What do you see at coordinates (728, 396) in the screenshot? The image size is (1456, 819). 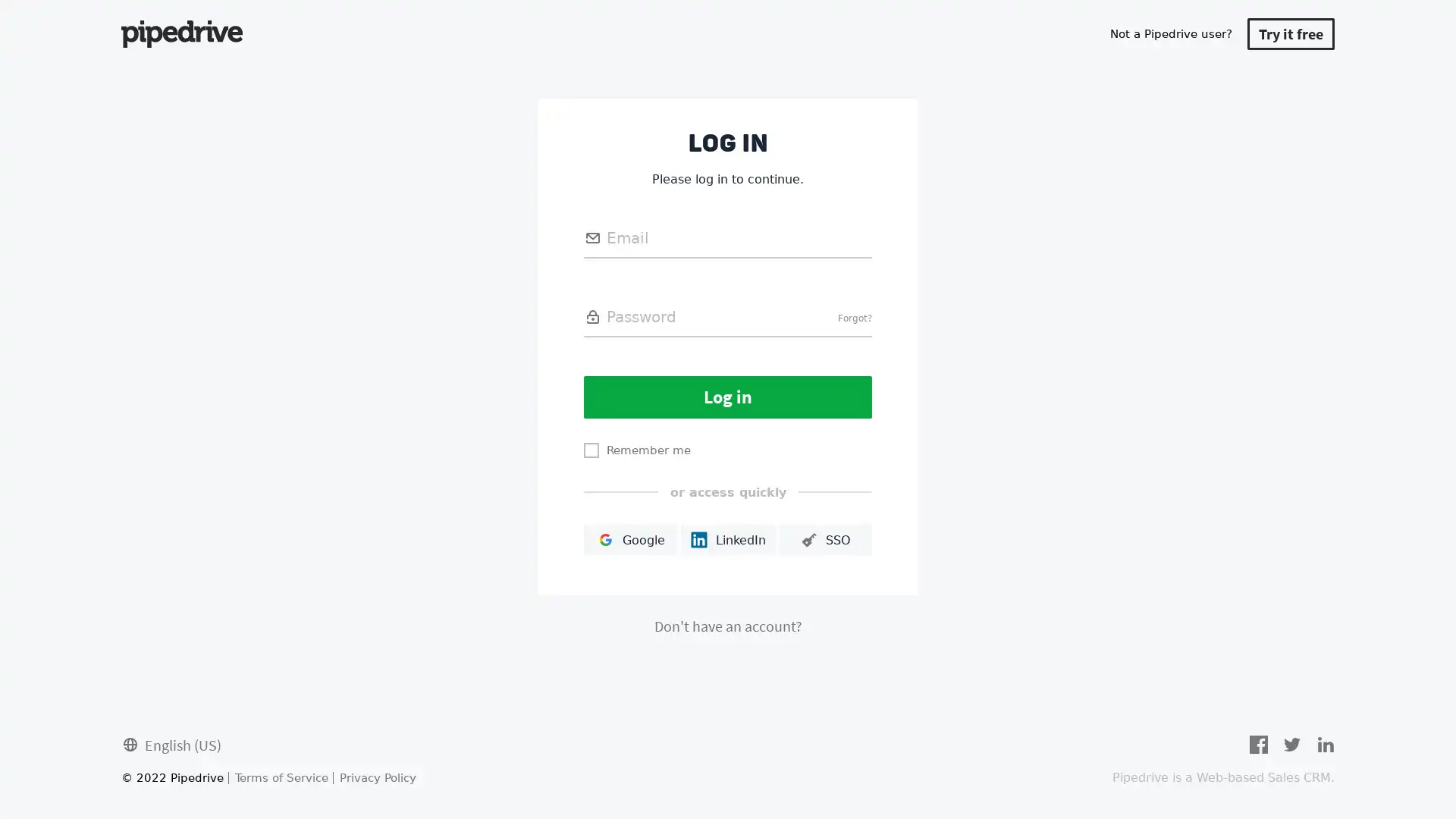 I see `Log in` at bounding box center [728, 396].